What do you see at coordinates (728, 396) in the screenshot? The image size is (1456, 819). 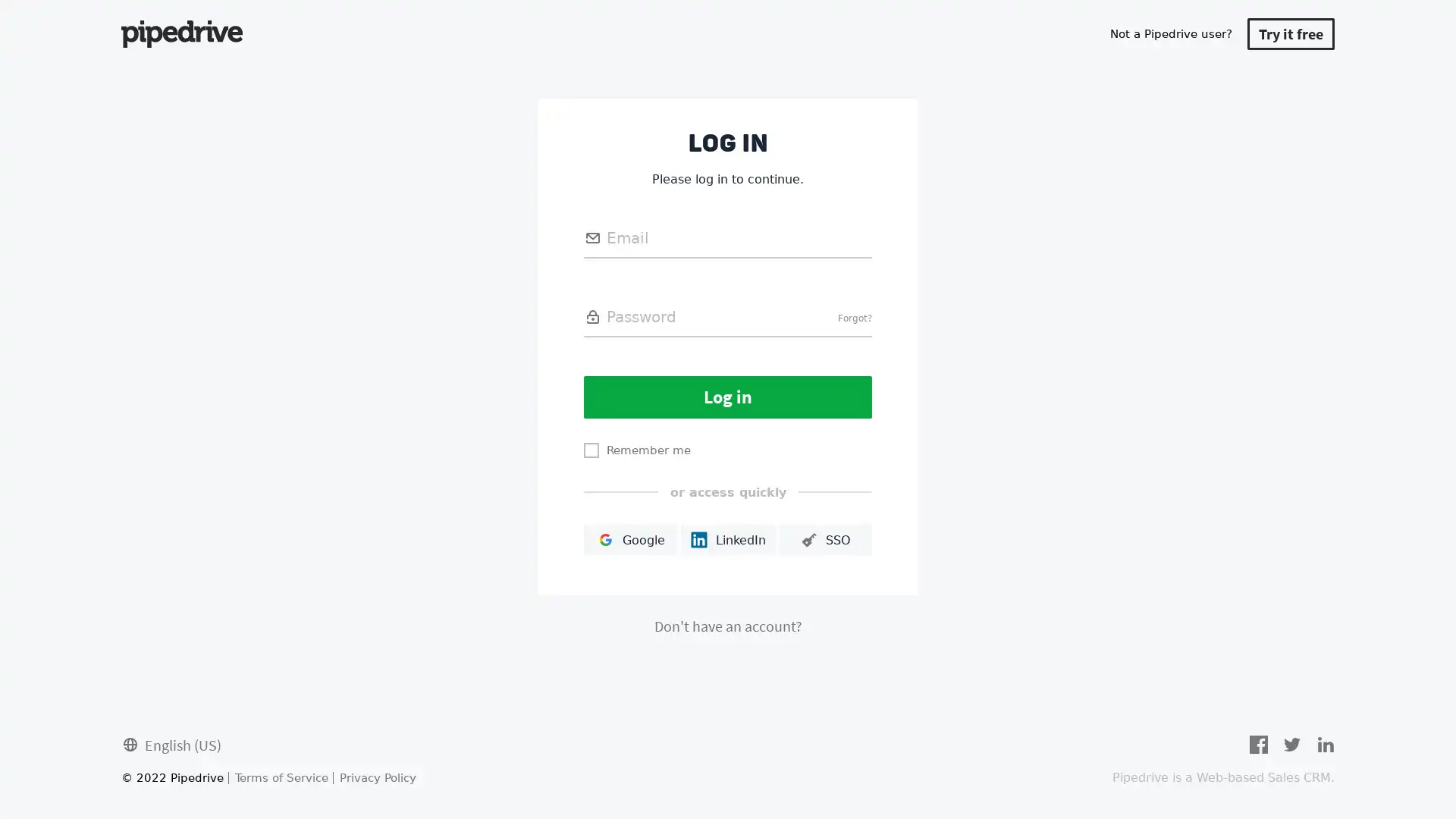 I see `Log in` at bounding box center [728, 396].